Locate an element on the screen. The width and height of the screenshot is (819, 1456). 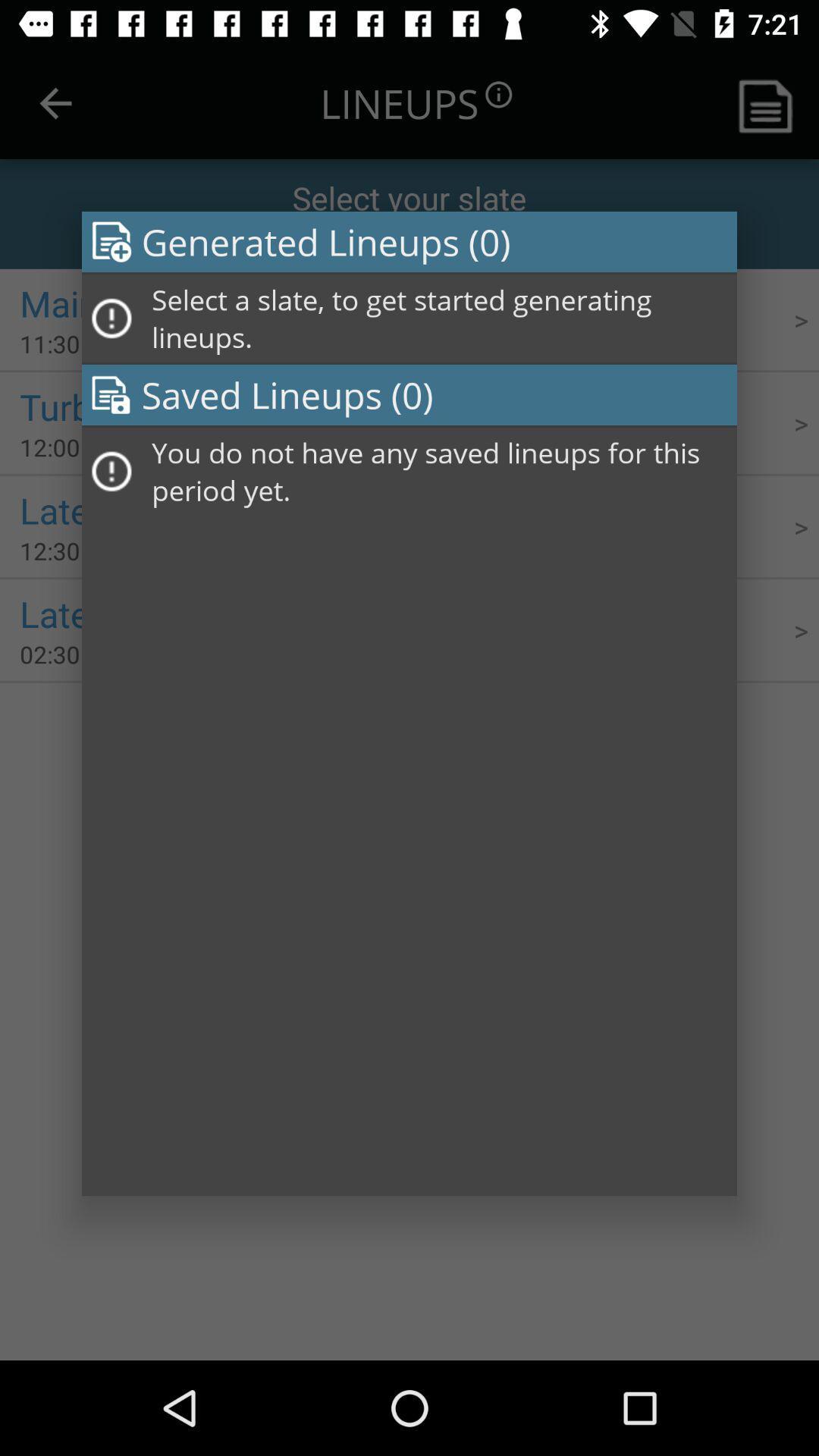
select a slate icon is located at coordinates (439, 318).